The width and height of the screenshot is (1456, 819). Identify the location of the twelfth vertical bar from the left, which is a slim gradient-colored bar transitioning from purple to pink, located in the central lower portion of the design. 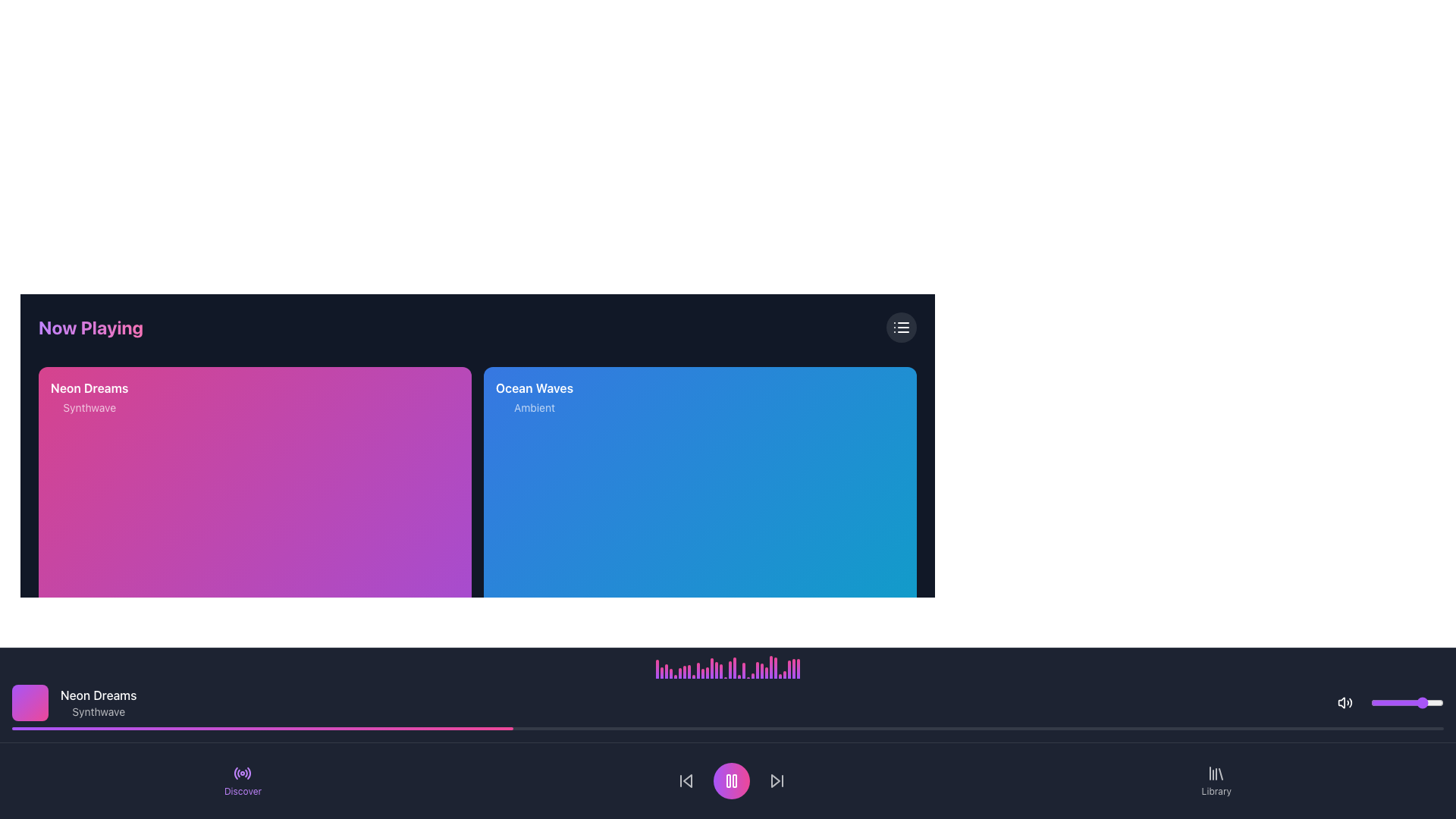
(706, 671).